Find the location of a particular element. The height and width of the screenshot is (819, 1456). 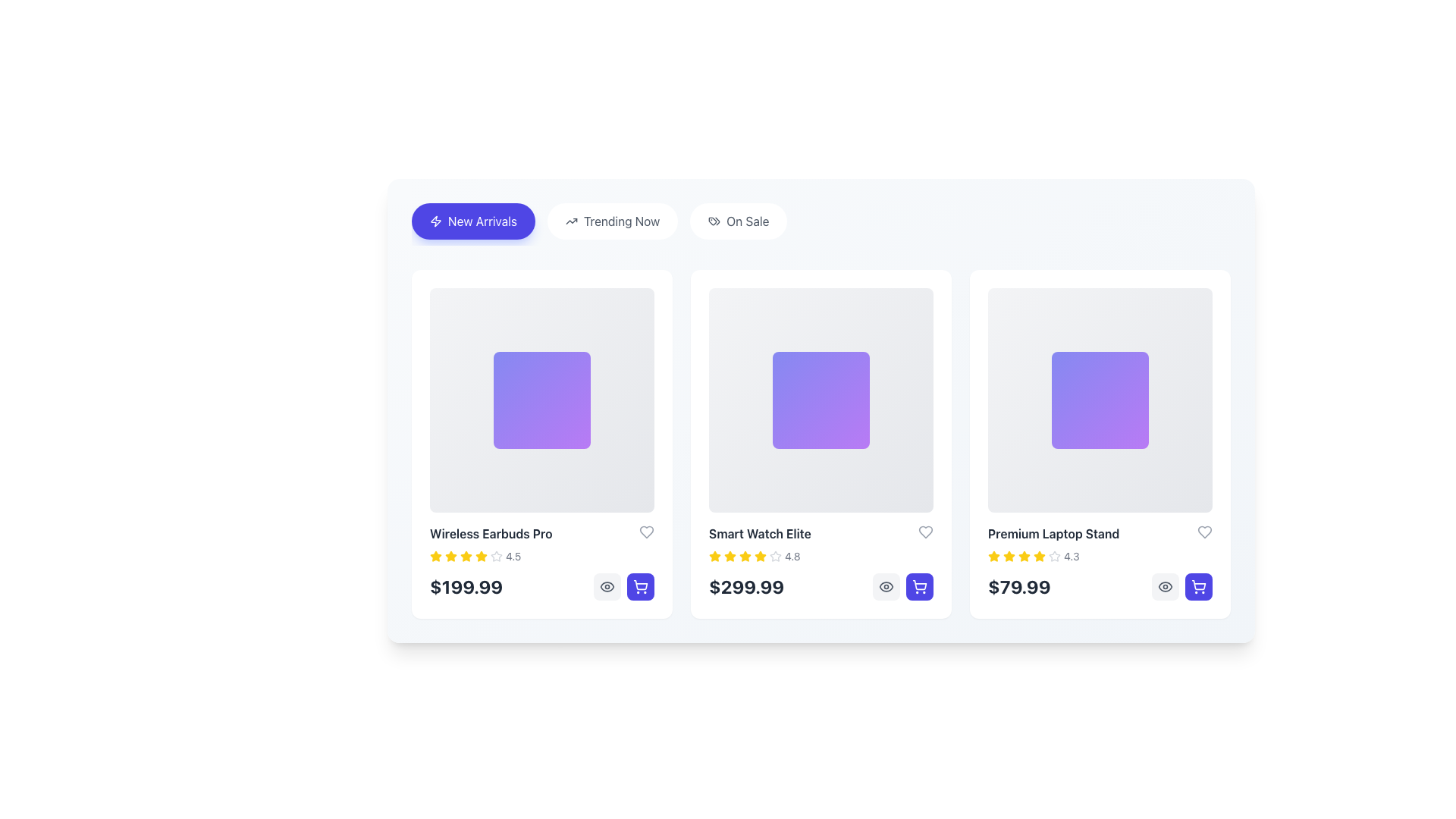

the fourth yellow star icon in the rating system below the title 'Premium Laptop Stand' to potentially rate the product is located at coordinates (993, 555).